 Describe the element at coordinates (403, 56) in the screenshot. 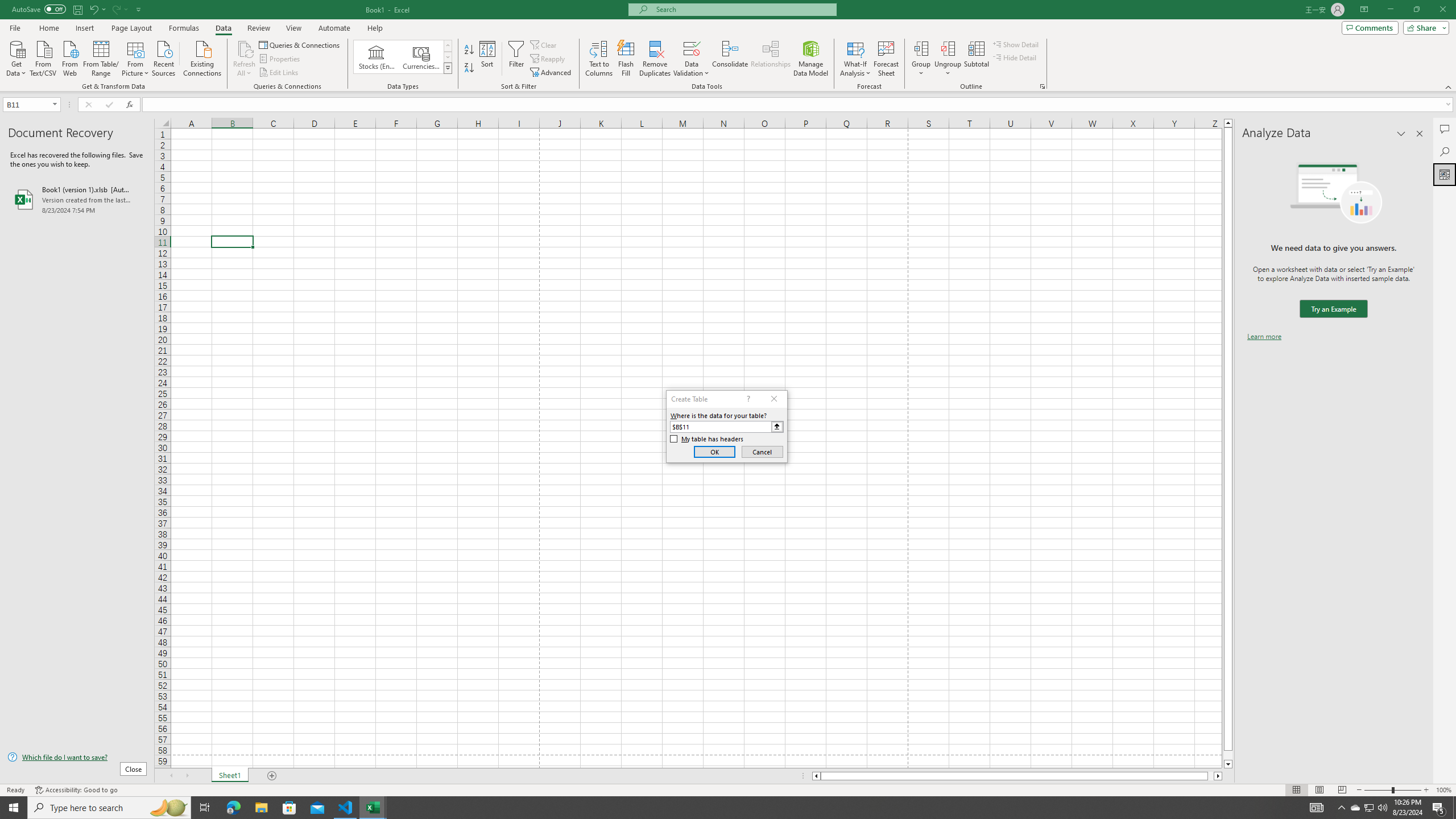

I see `'AutomationID: ConvertToLinkedEntity'` at that location.